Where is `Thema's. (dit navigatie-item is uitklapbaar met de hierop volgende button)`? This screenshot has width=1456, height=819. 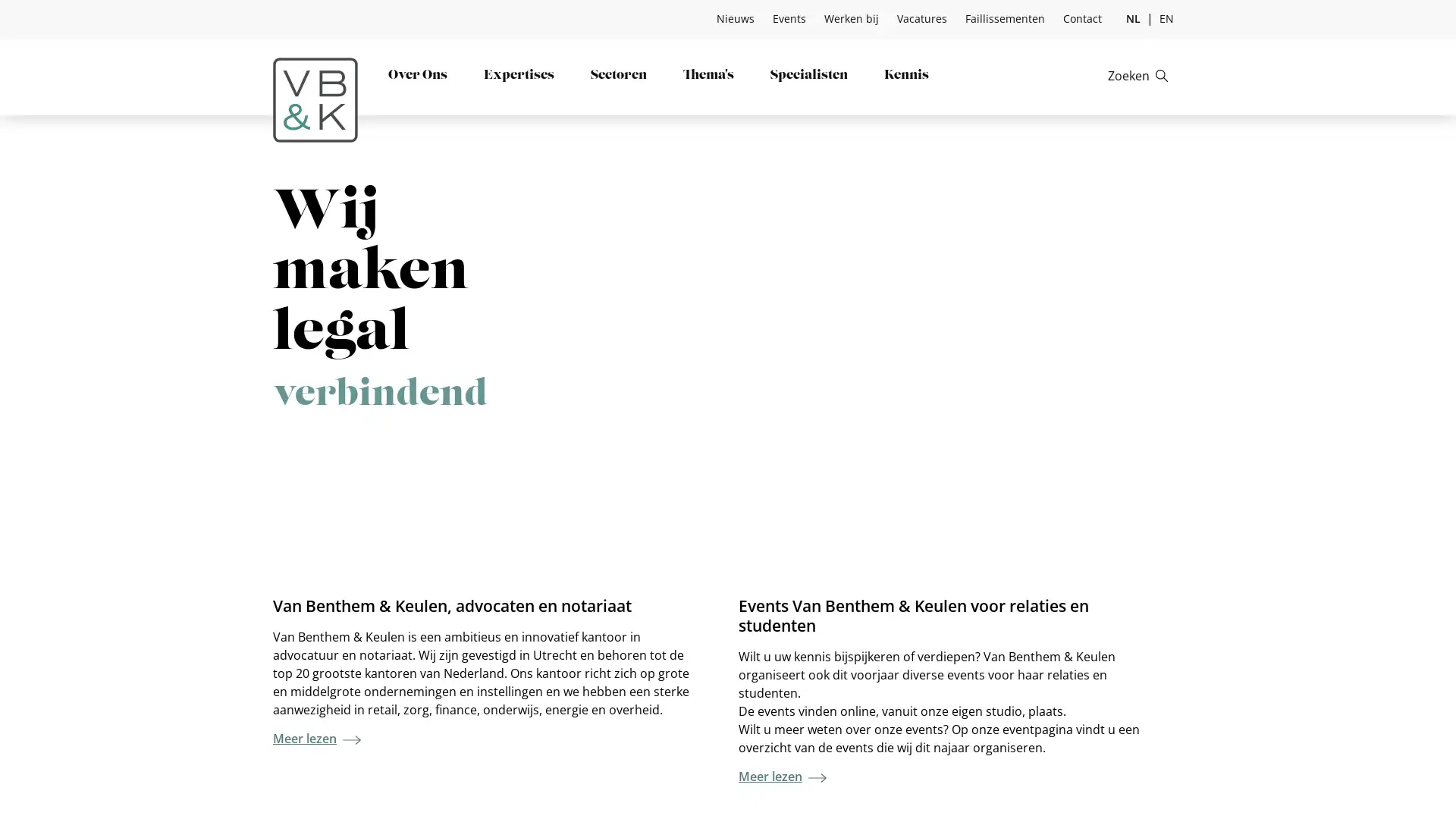
Thema's. (dit navigatie-item is uitklapbaar met de hierop volgende button) is located at coordinates (708, 76).